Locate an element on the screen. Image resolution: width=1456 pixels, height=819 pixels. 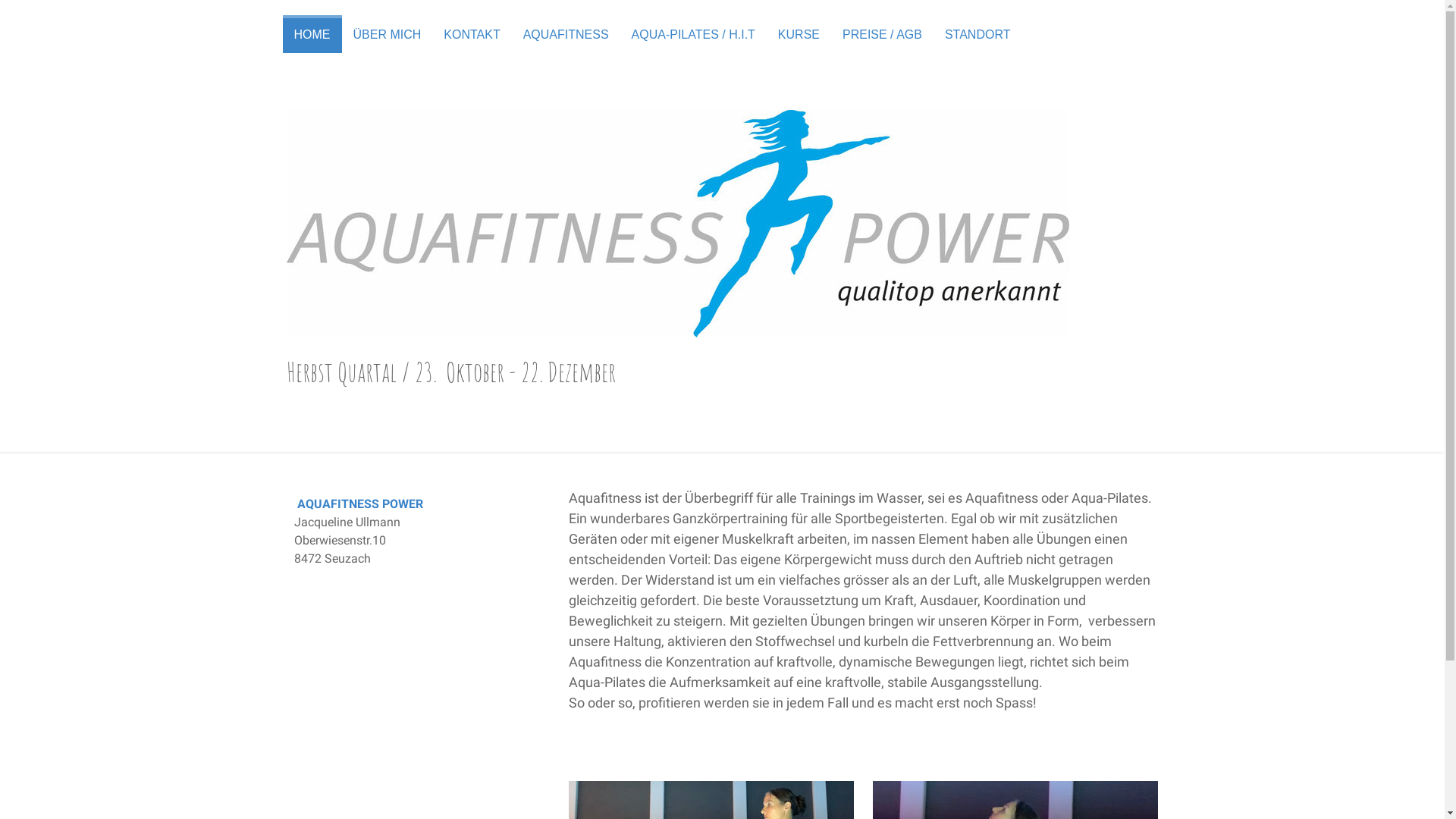
'STANDORT' is located at coordinates (977, 34).